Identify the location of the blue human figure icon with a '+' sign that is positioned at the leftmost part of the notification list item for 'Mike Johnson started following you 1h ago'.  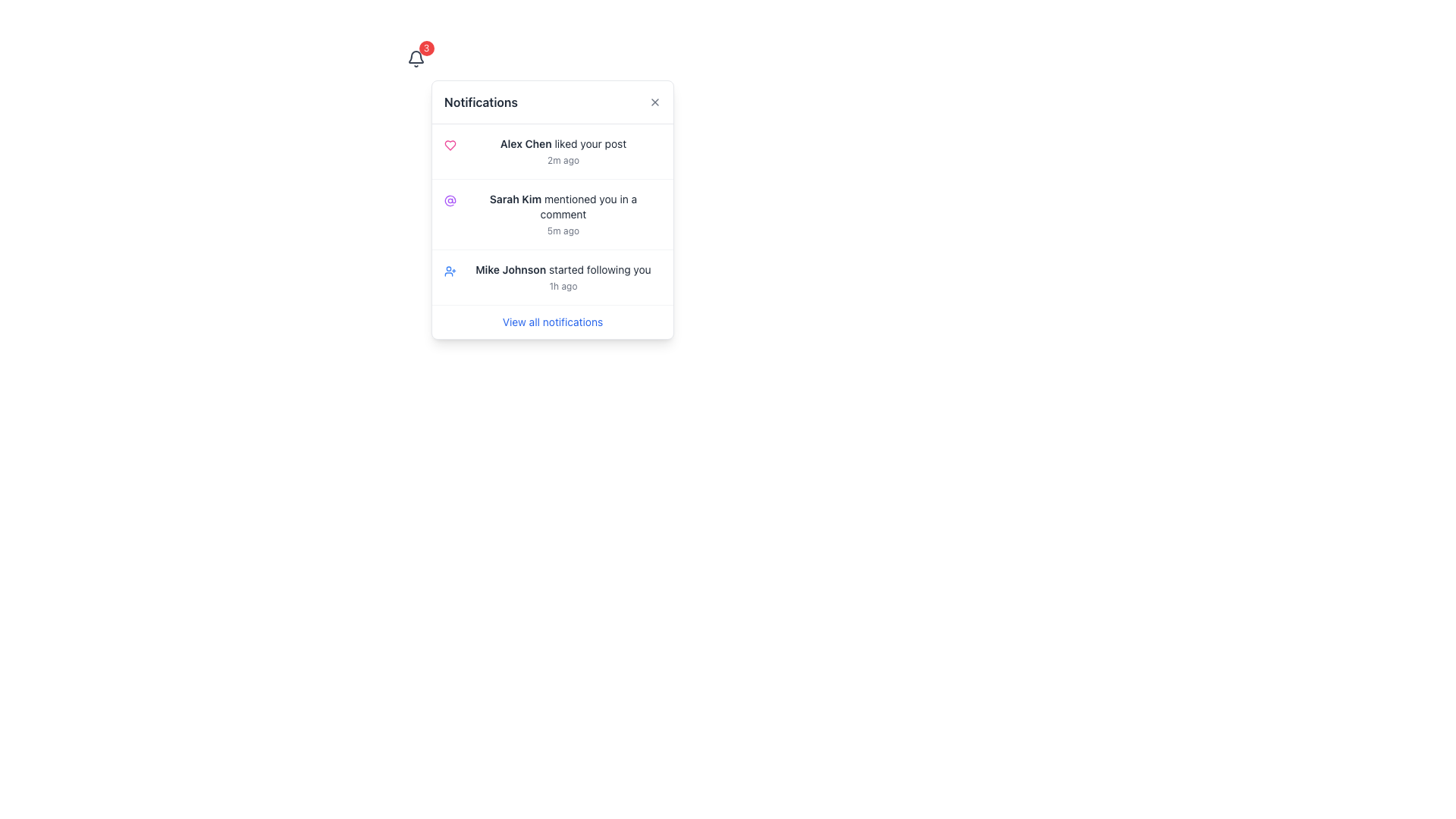
(450, 271).